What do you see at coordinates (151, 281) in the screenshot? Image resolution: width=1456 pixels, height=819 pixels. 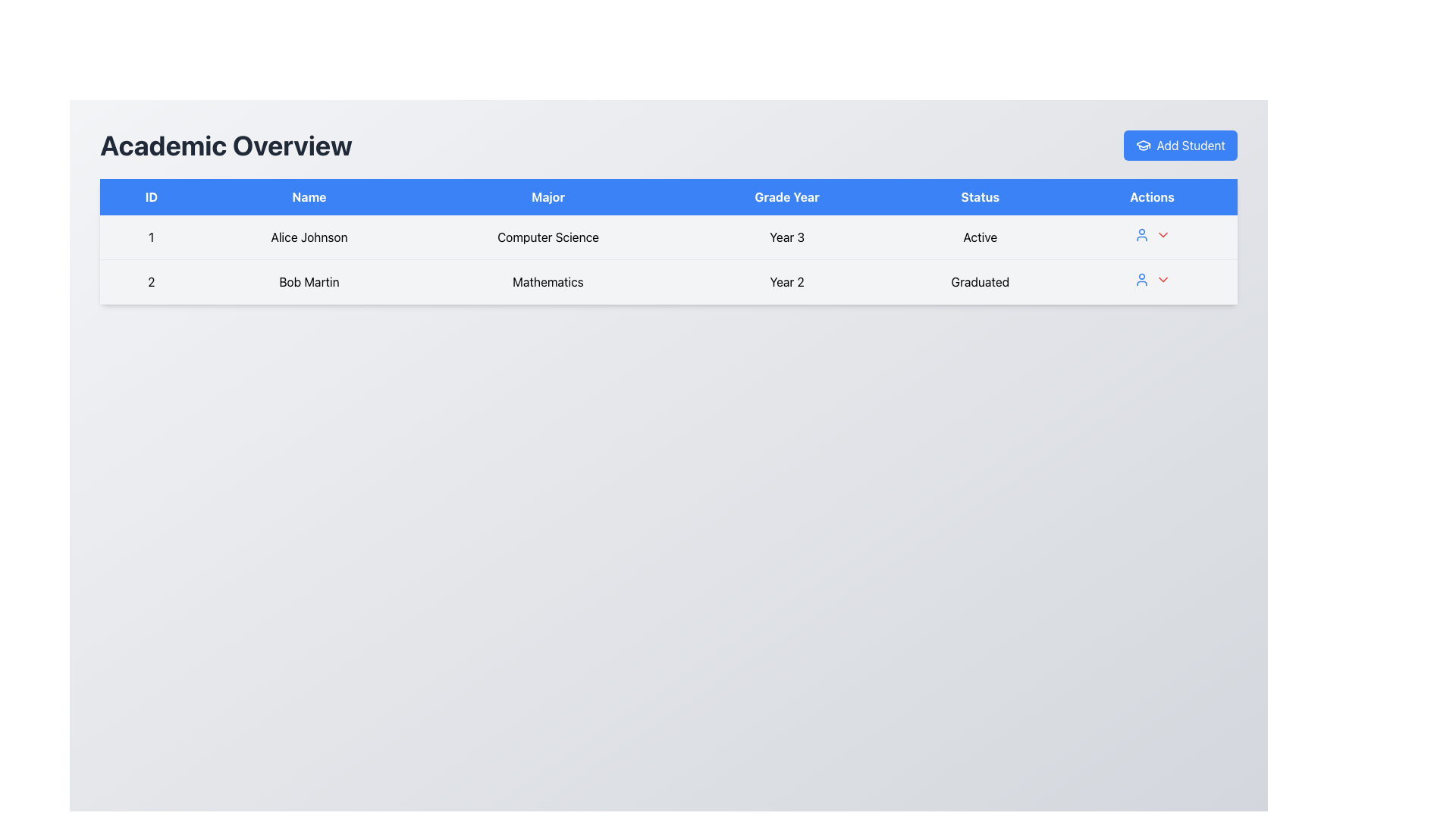 I see `the Text label that represents the unique identifier for Bob Martin in the table under the 'Academic Overview' header` at bounding box center [151, 281].